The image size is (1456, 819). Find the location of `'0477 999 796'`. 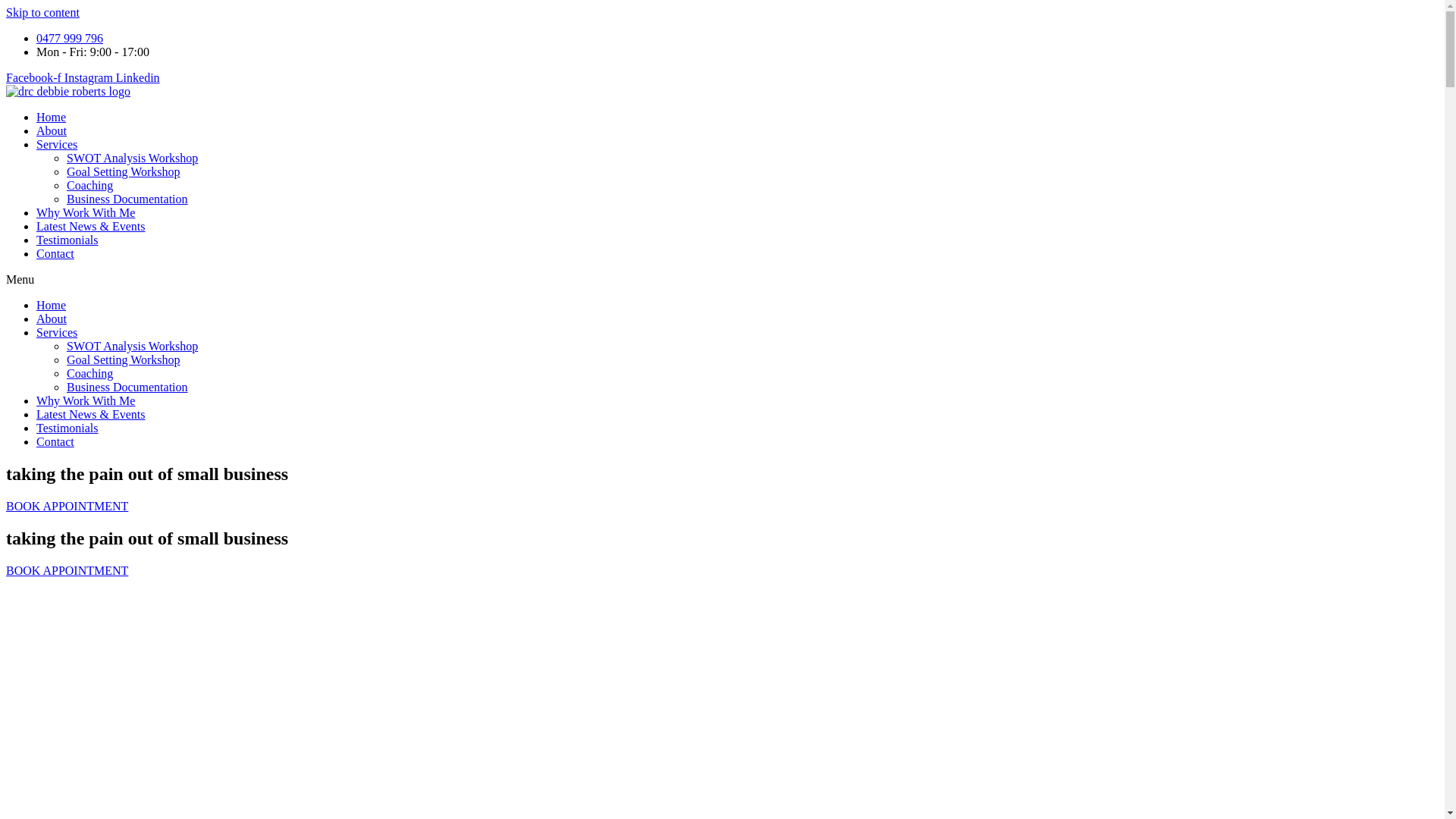

'0477 999 796' is located at coordinates (36, 37).